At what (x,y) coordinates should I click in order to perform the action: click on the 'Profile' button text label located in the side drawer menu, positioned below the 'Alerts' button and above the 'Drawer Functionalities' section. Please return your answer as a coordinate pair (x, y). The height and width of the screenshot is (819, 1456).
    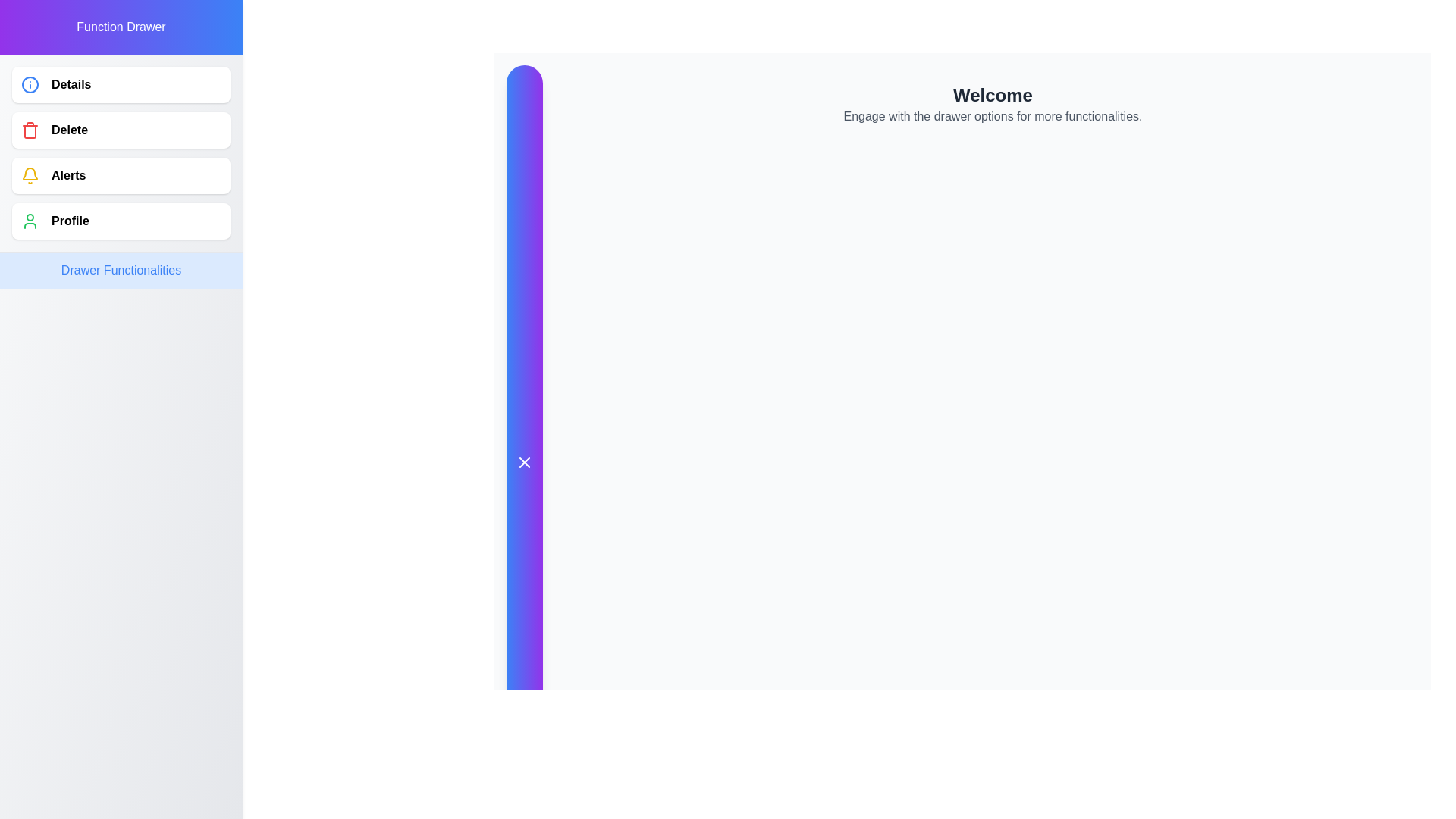
    Looking at the image, I should click on (69, 221).